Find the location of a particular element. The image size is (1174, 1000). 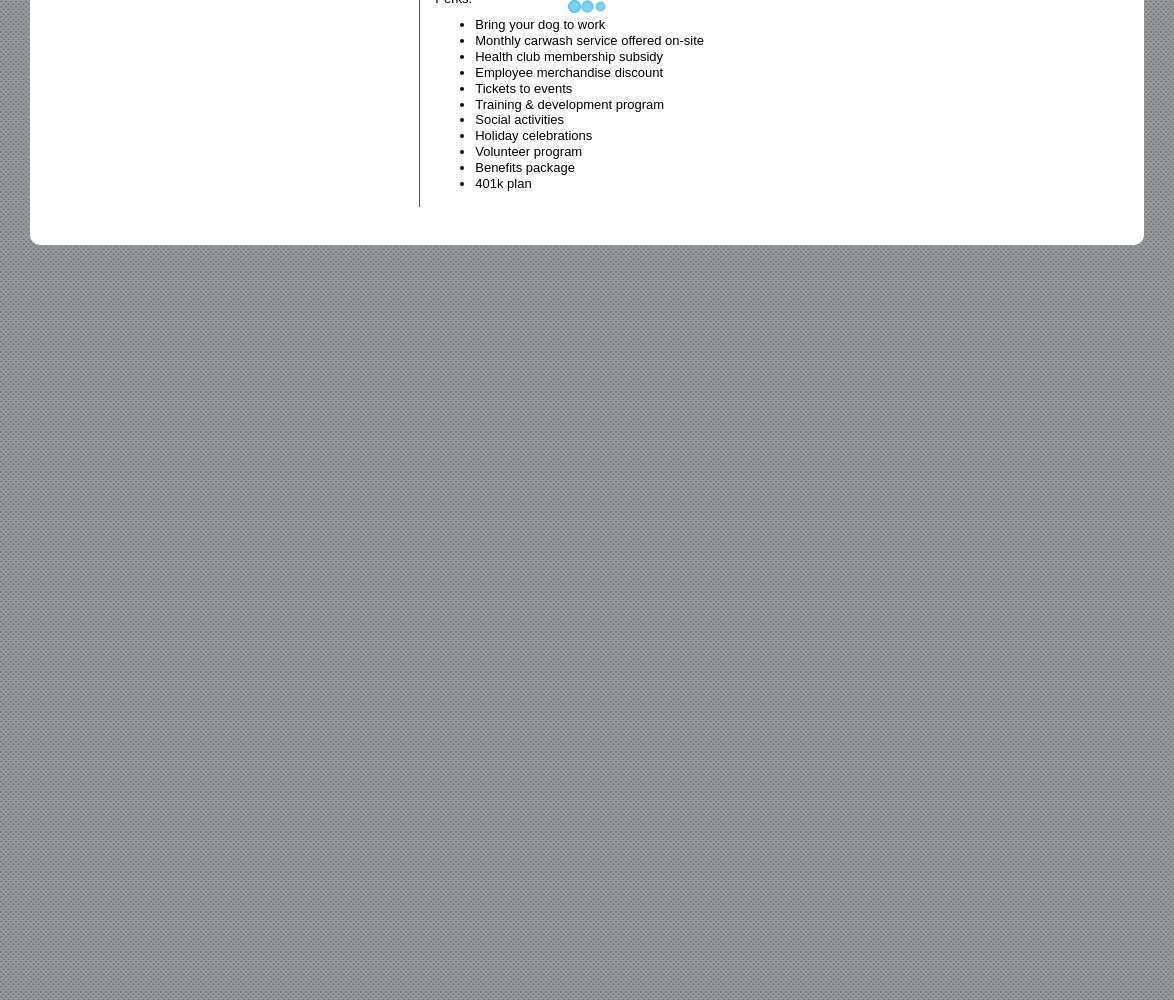

'Volunteer program' is located at coordinates (527, 151).